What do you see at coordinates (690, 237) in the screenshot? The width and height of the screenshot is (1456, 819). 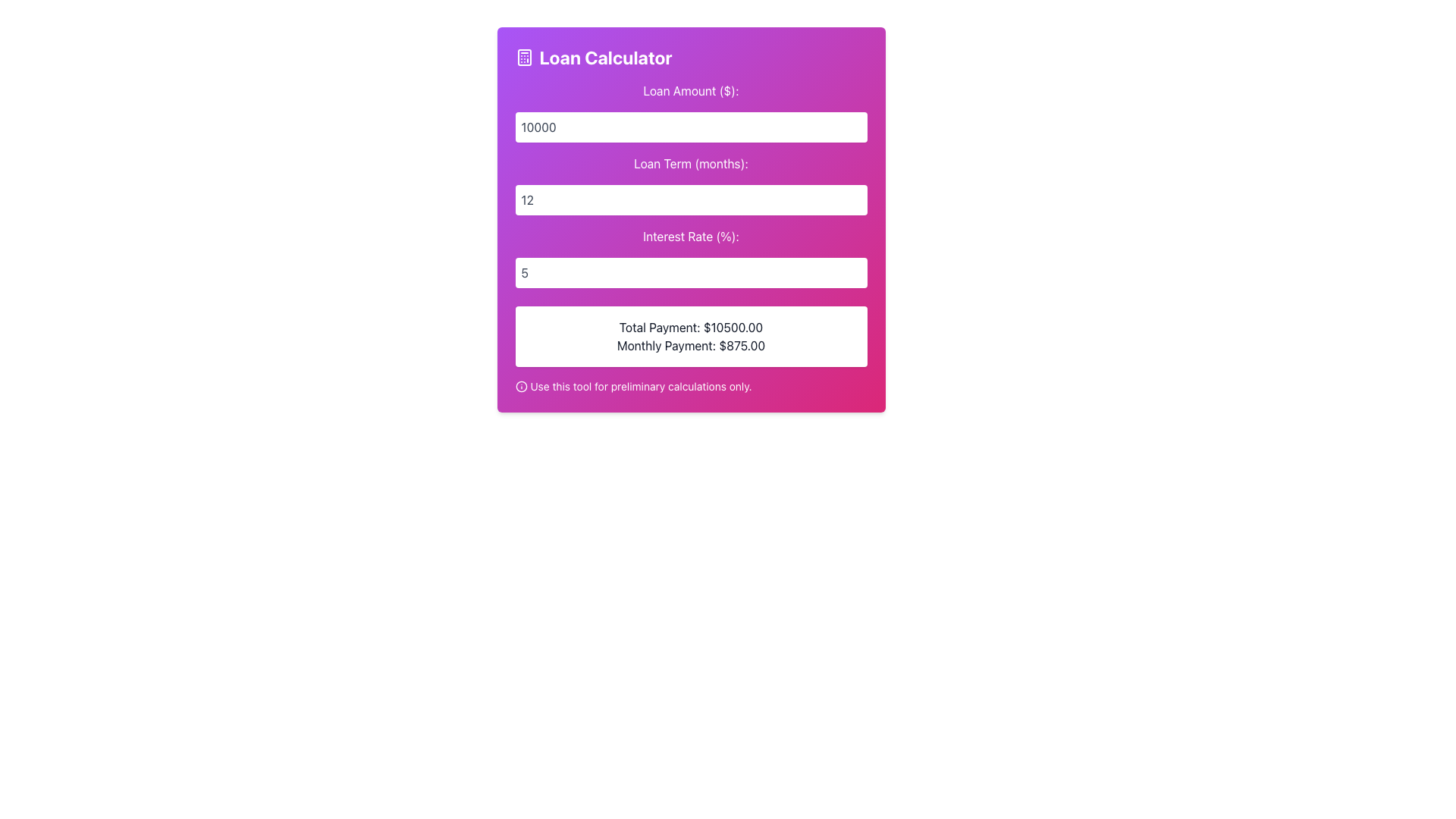 I see `the label displaying 'Interest Rate (%):' which is the third label in a vertical stack, located above the numeric input field for percentage values` at bounding box center [690, 237].